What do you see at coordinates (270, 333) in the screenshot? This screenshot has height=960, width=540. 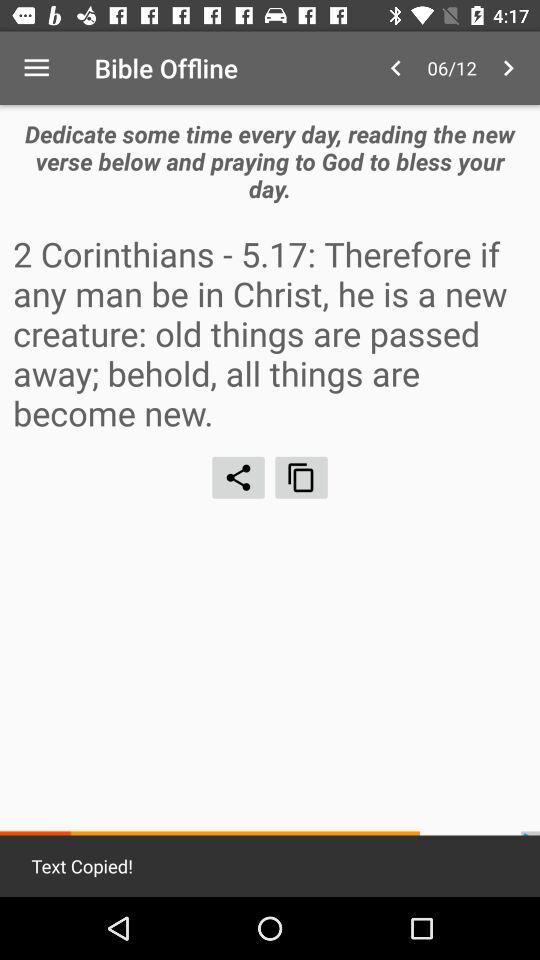 I see `2 corinthians 5 icon` at bounding box center [270, 333].